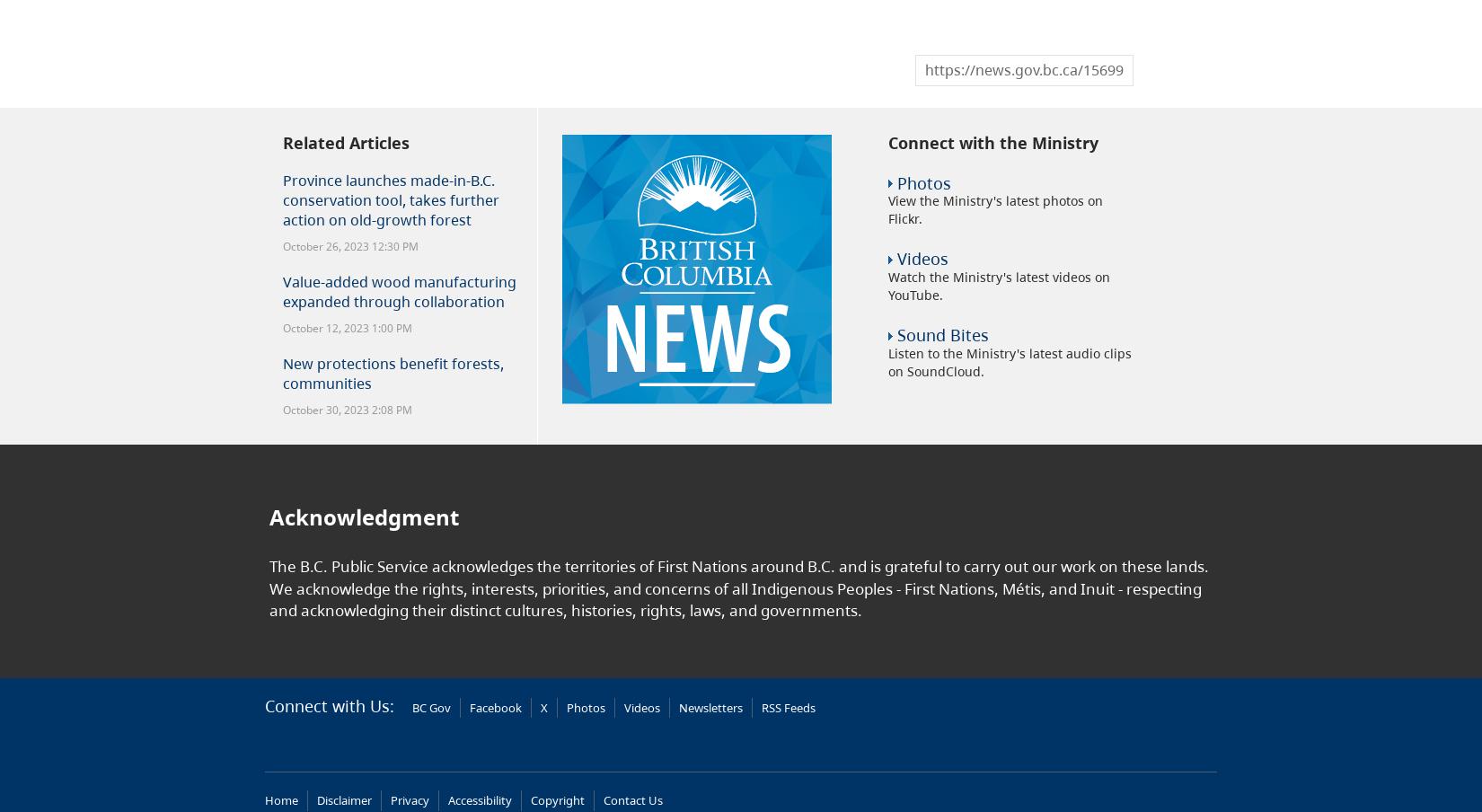  I want to click on 'Connect with Us:', so click(329, 705).